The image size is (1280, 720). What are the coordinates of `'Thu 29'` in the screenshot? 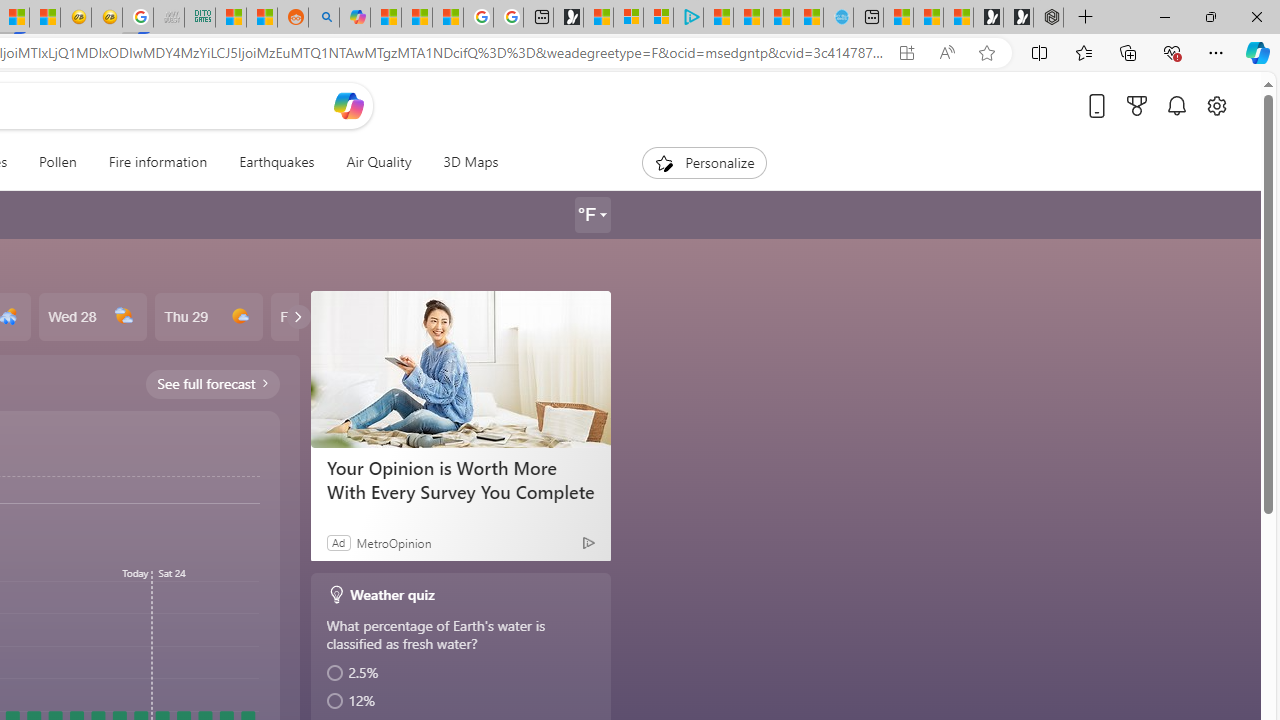 It's located at (208, 316).